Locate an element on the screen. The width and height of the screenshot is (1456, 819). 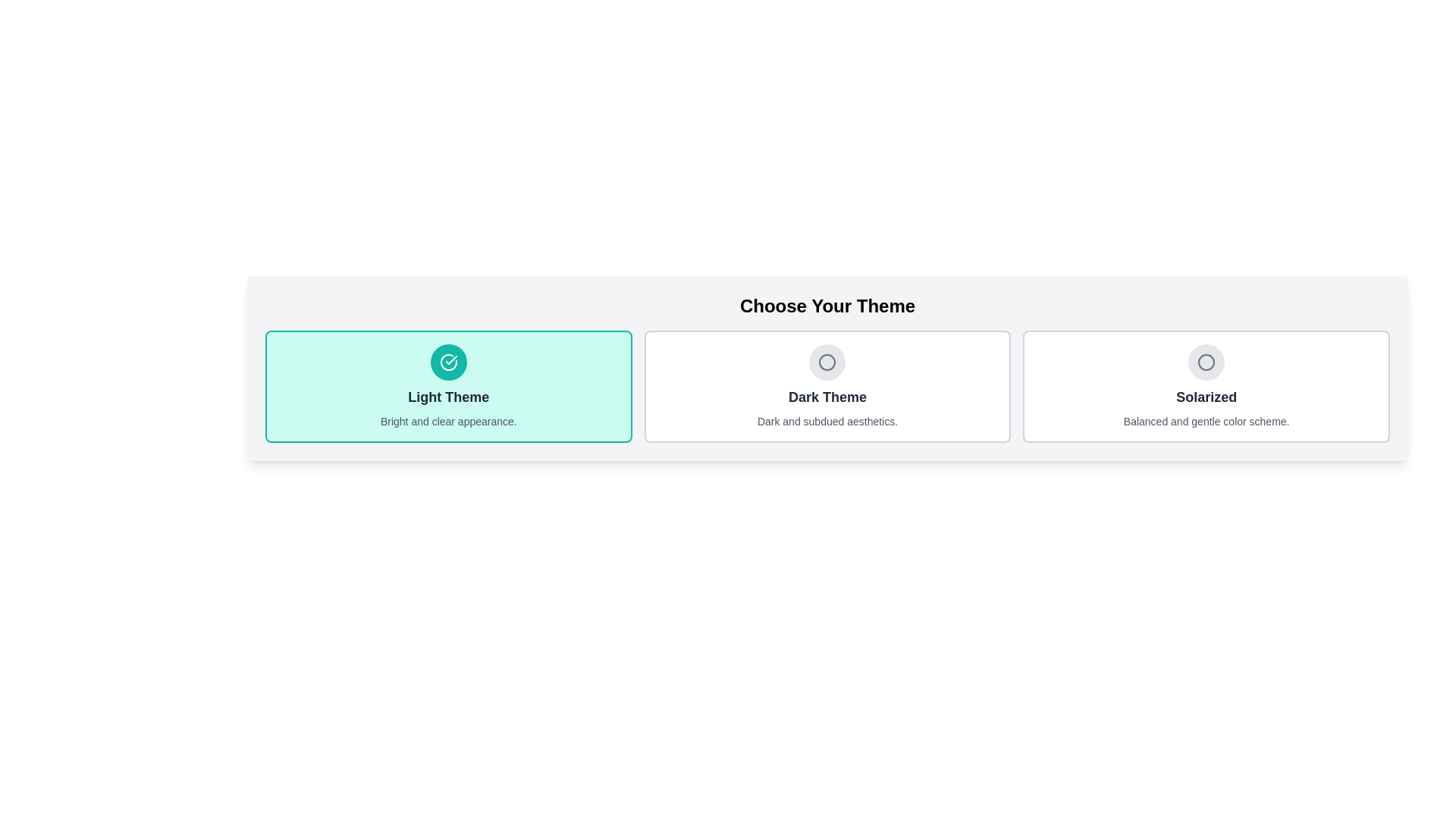
text of the title label for the selectable theme option located below the circular icon and above the descriptive text segment is located at coordinates (1206, 397).